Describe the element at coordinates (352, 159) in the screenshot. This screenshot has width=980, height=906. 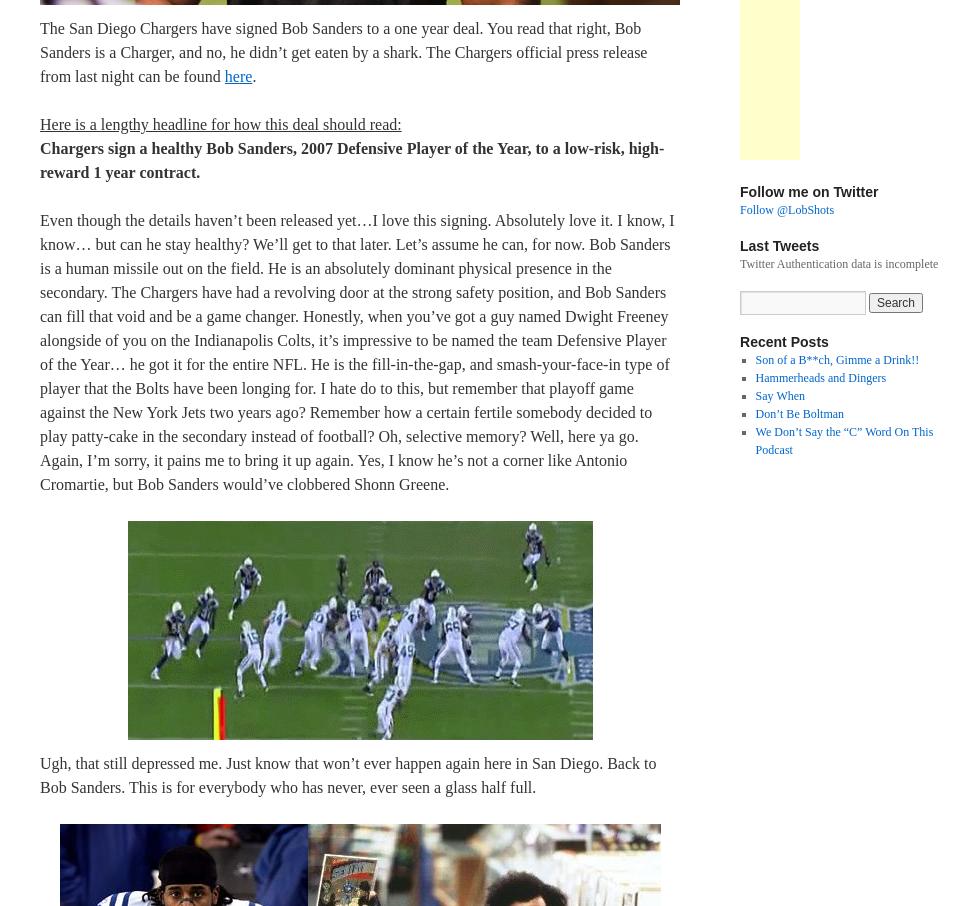
I see `'Chargers sign a healthy Bob Sanders, 2007 Defensive Player of the Year,  to a low-risk, high-reward 1 year contract.'` at that location.